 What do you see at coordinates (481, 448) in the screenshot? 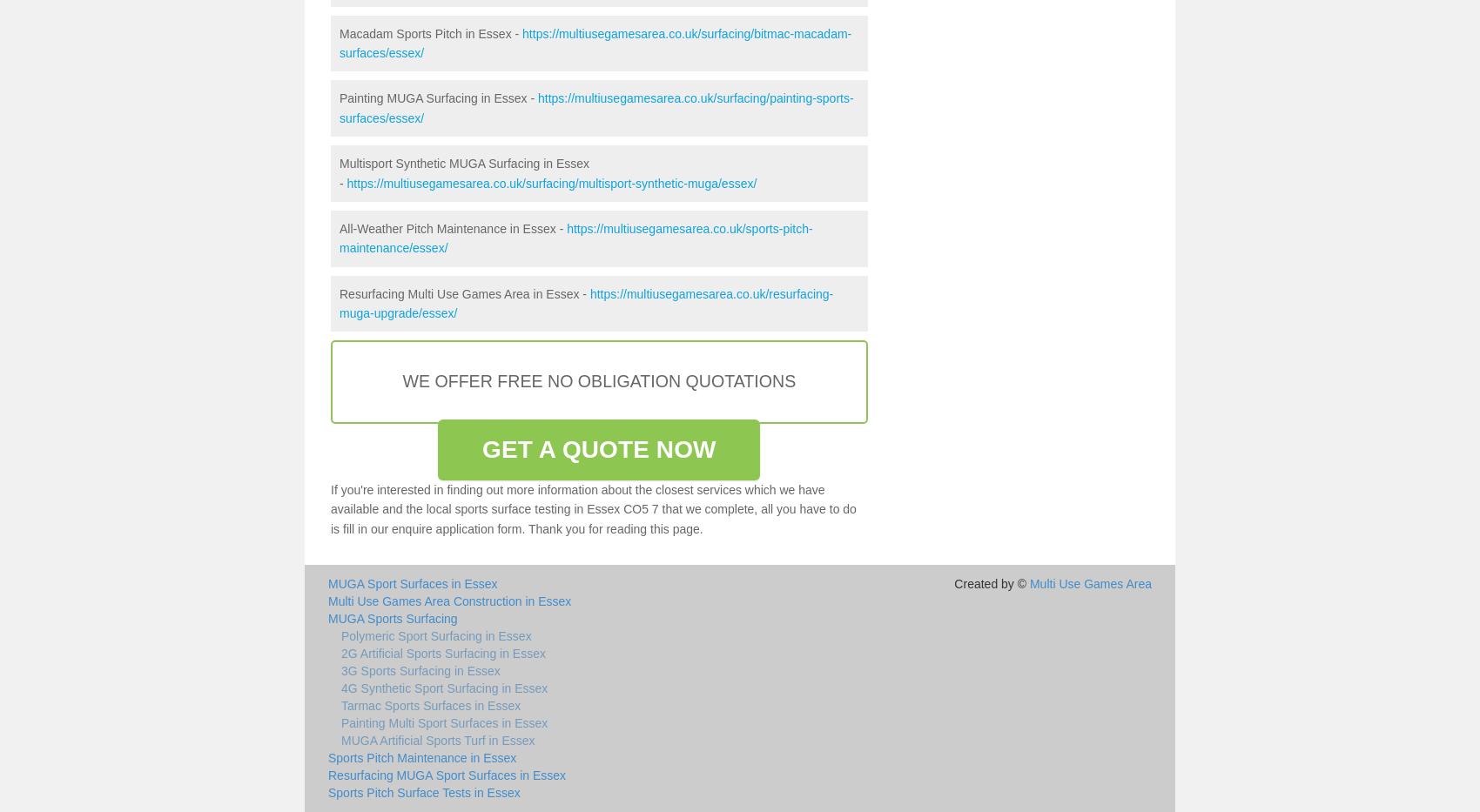
I see `'GET A QUOTE NOW'` at bounding box center [481, 448].